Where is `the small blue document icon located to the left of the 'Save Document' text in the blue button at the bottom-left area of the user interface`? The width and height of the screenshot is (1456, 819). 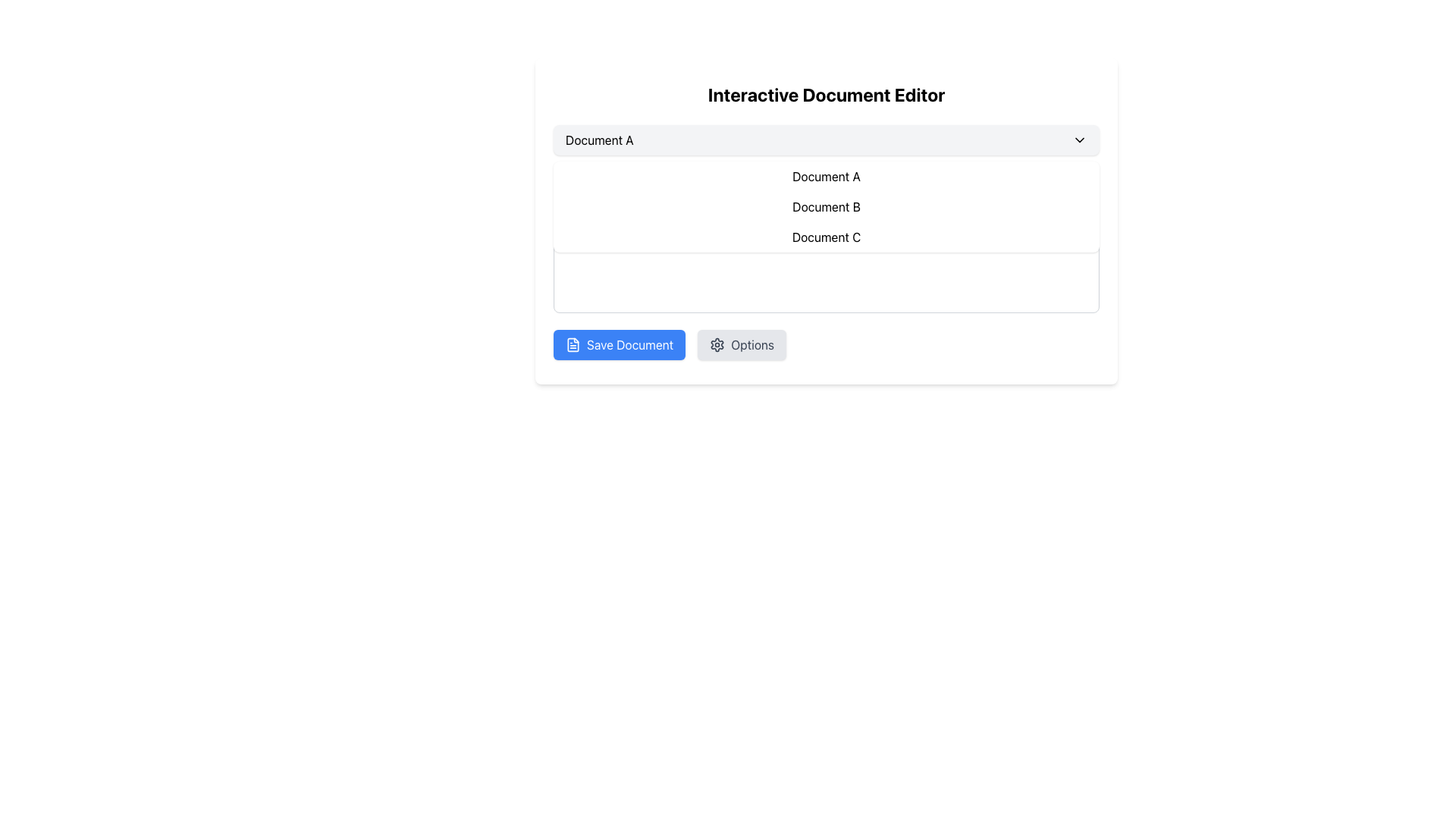 the small blue document icon located to the left of the 'Save Document' text in the blue button at the bottom-left area of the user interface is located at coordinates (572, 345).